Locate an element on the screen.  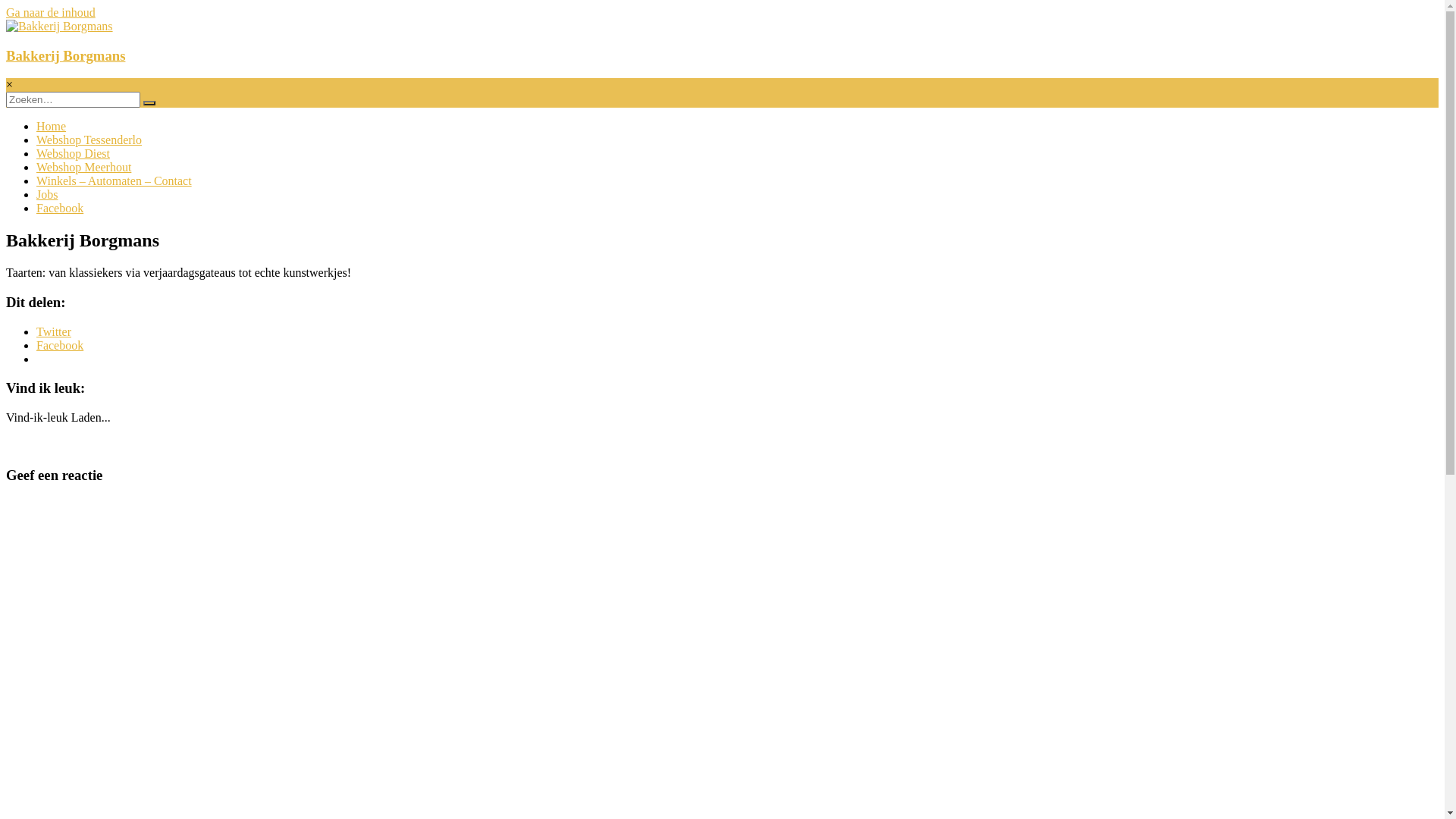
'Webshop Diest' is located at coordinates (36, 153).